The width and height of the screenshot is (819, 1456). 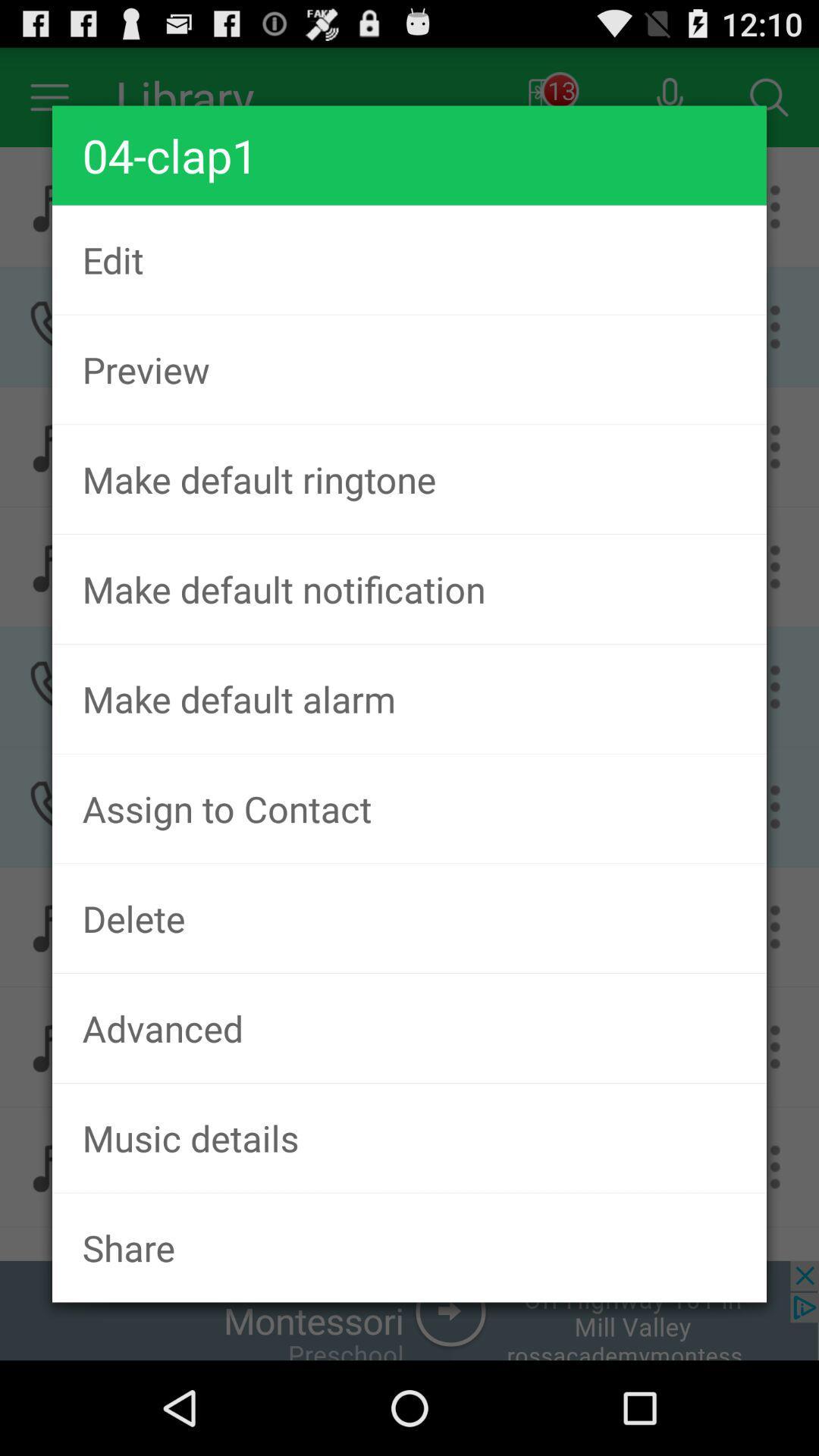 I want to click on the advanced icon, so click(x=409, y=1028).